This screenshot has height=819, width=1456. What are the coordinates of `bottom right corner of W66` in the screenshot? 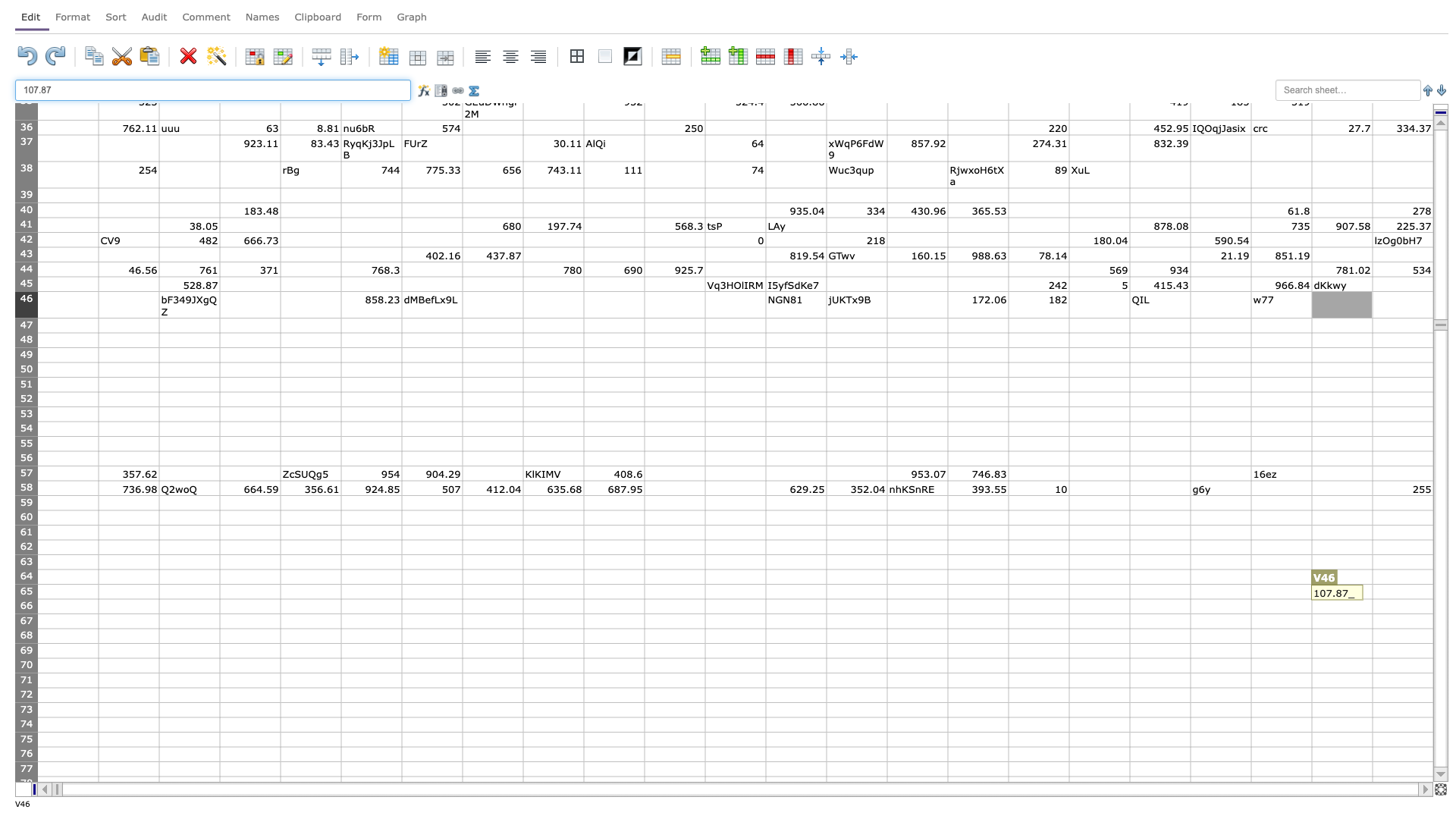 It's located at (1432, 613).